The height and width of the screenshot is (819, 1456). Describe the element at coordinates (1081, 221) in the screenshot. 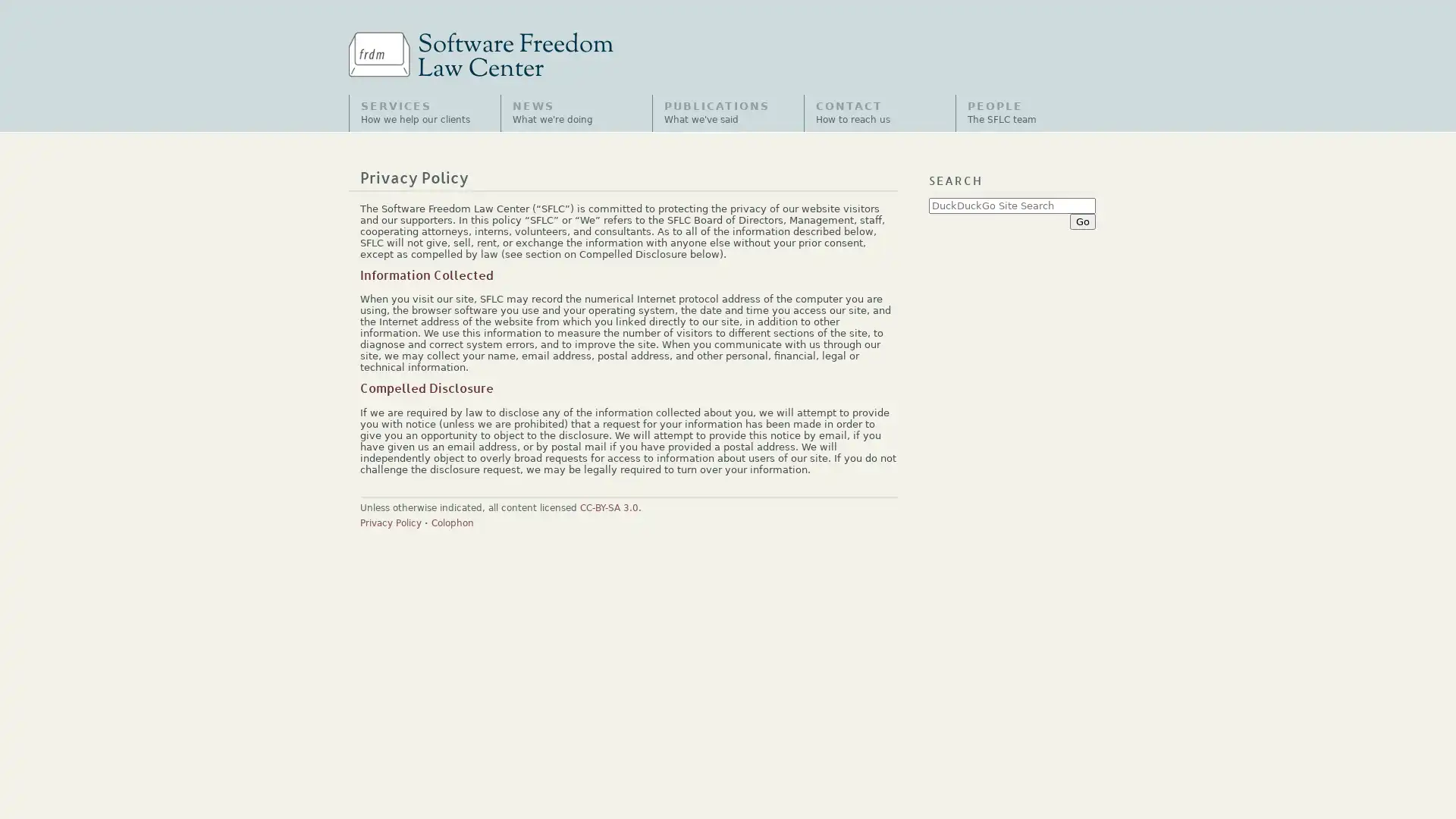

I see `Go` at that location.